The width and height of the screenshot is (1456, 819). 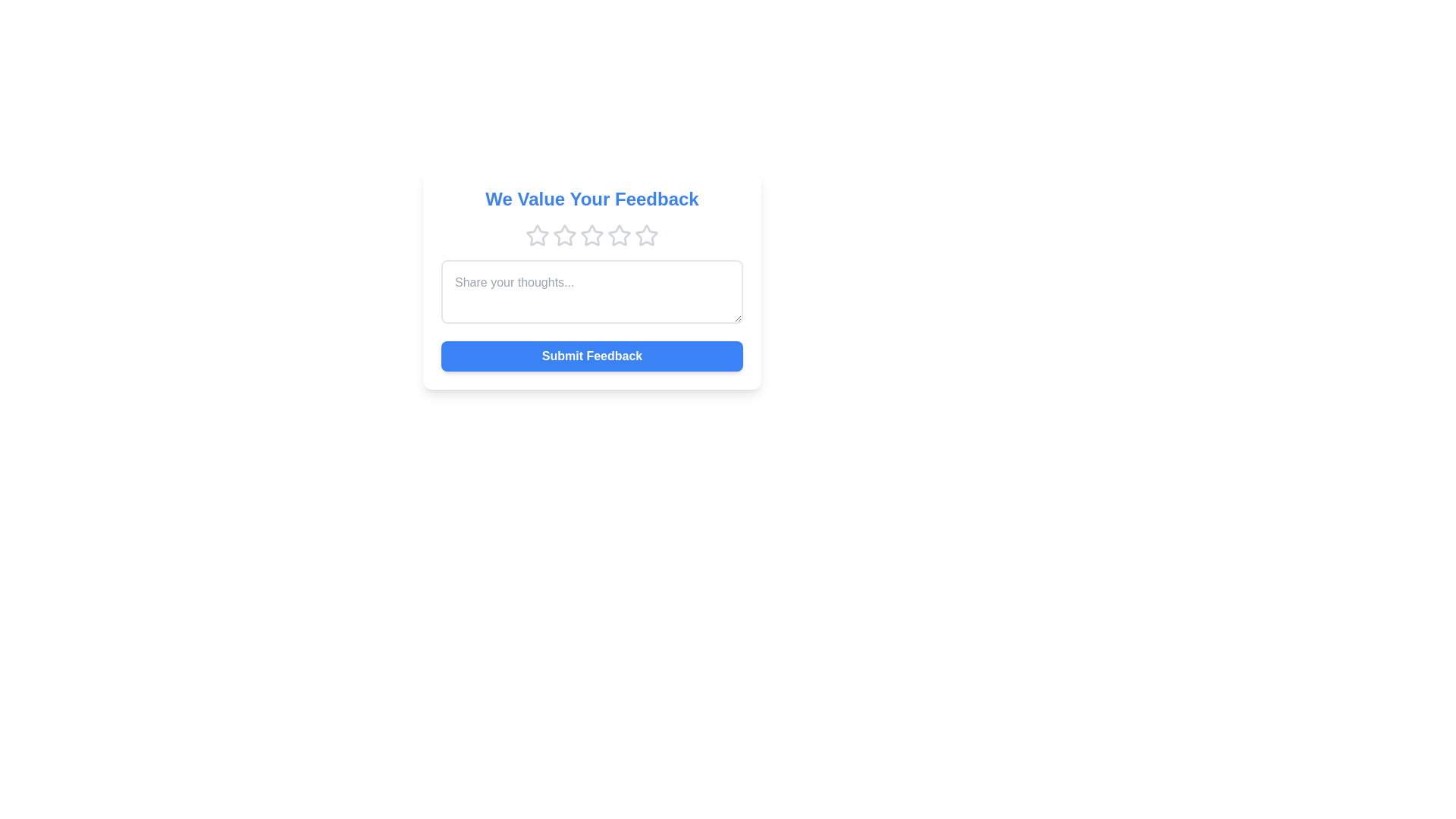 I want to click on the star corresponding to the desired rating 4, so click(x=619, y=236).